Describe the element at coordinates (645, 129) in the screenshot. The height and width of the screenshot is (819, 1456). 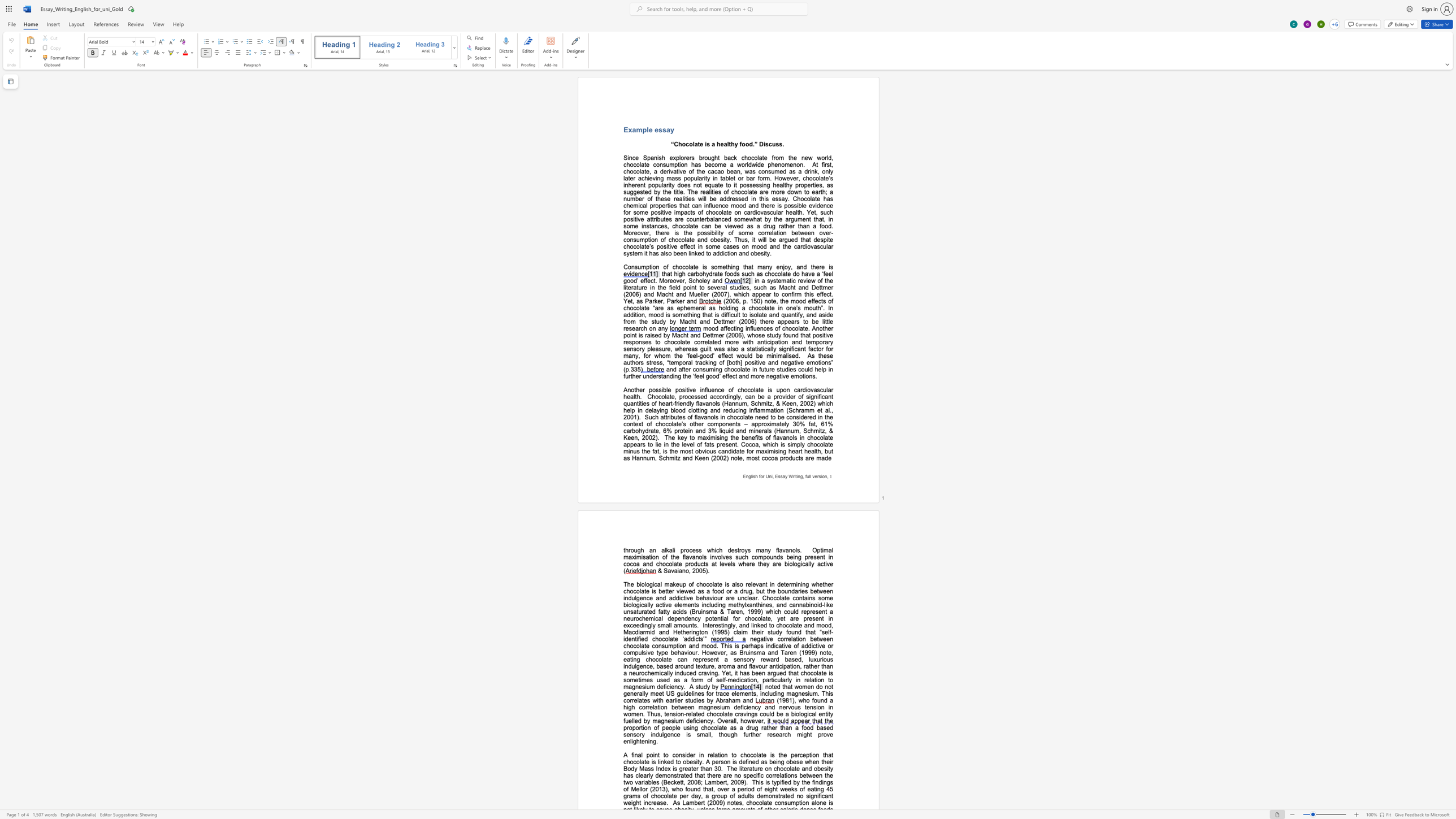
I see `the space between the continuous character "p" and "l" in the text` at that location.